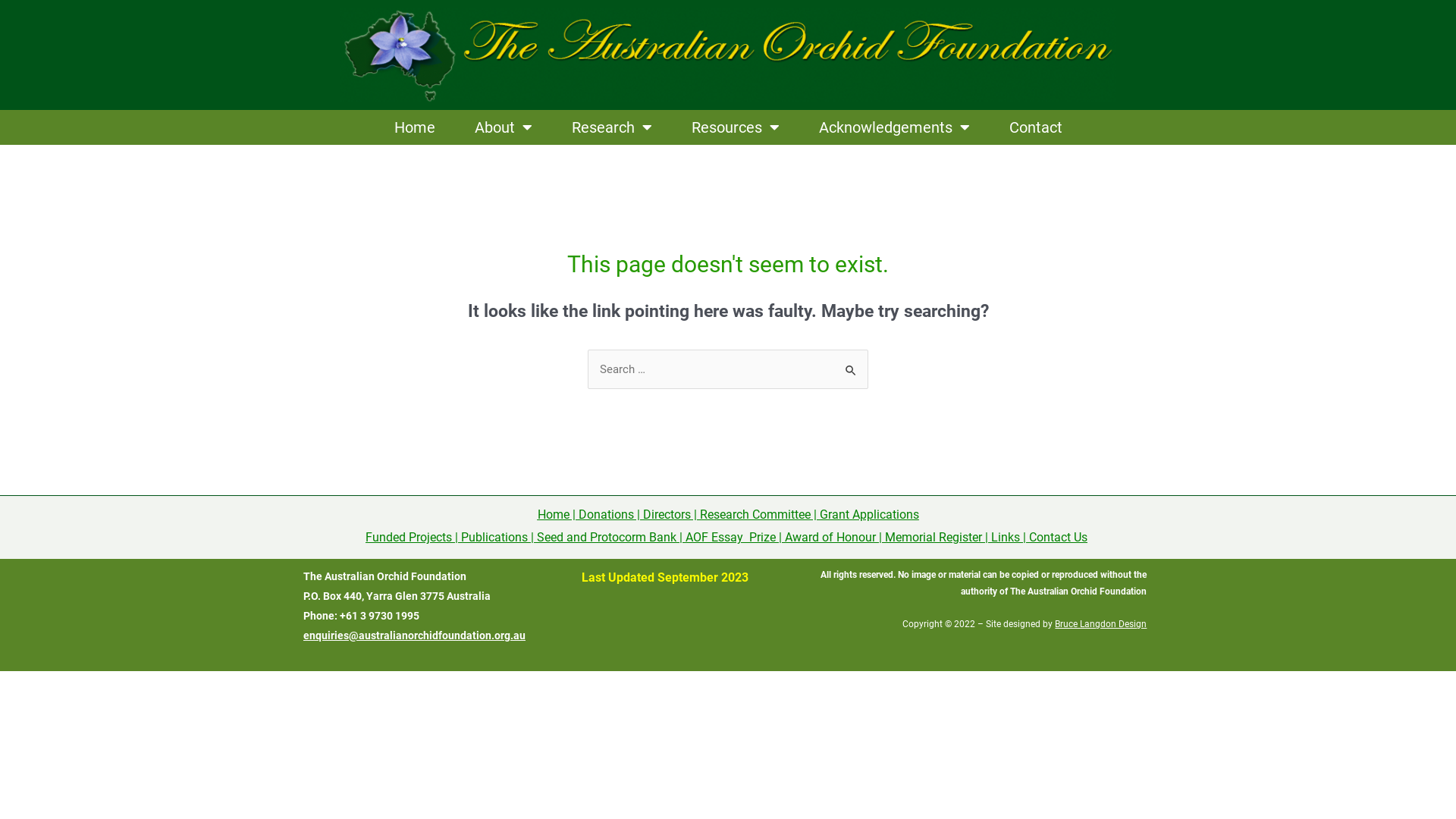  I want to click on 'Directors', so click(667, 513).